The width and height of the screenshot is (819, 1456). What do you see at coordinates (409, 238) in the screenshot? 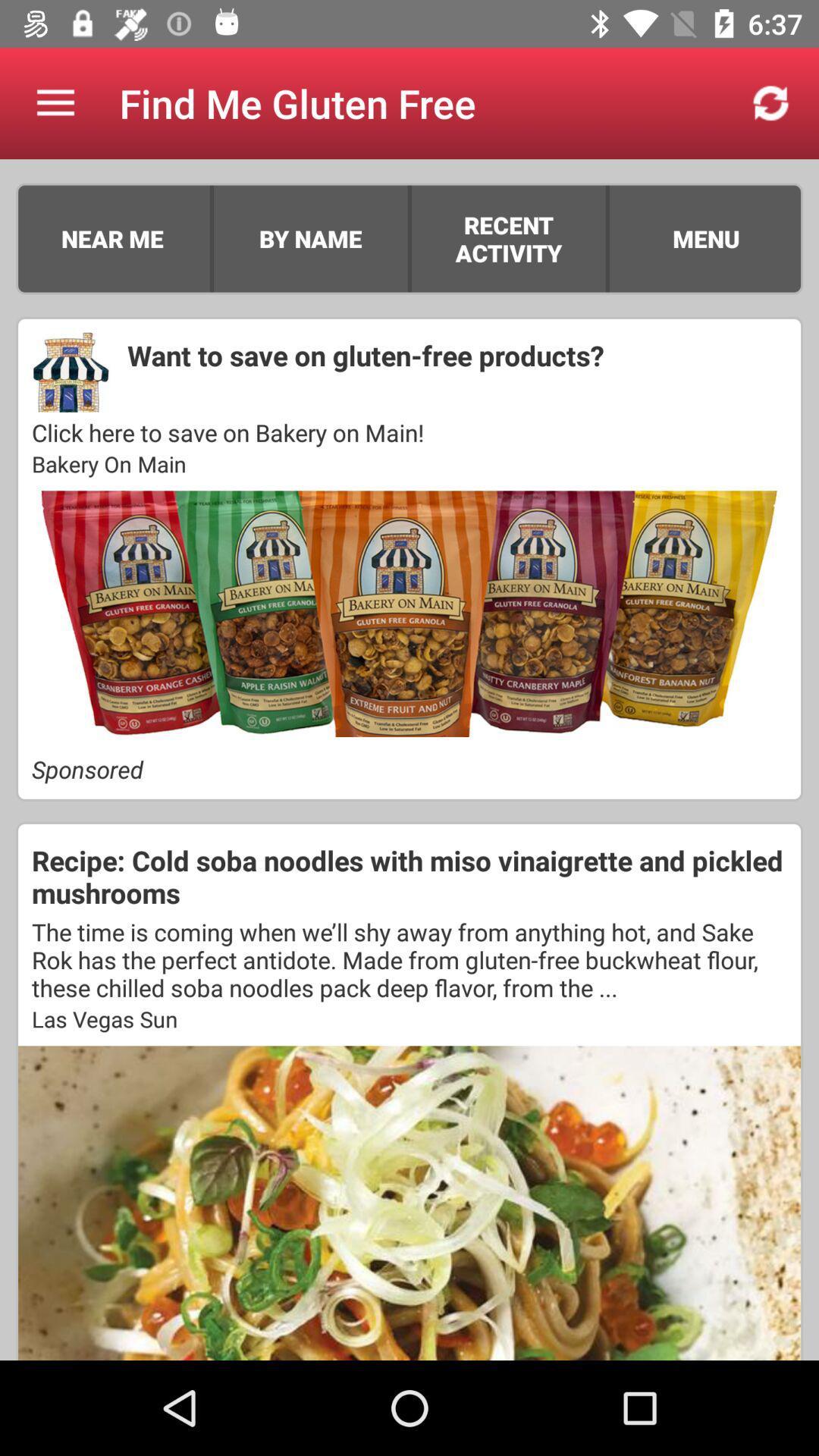
I see `item to the right of the by name` at bounding box center [409, 238].